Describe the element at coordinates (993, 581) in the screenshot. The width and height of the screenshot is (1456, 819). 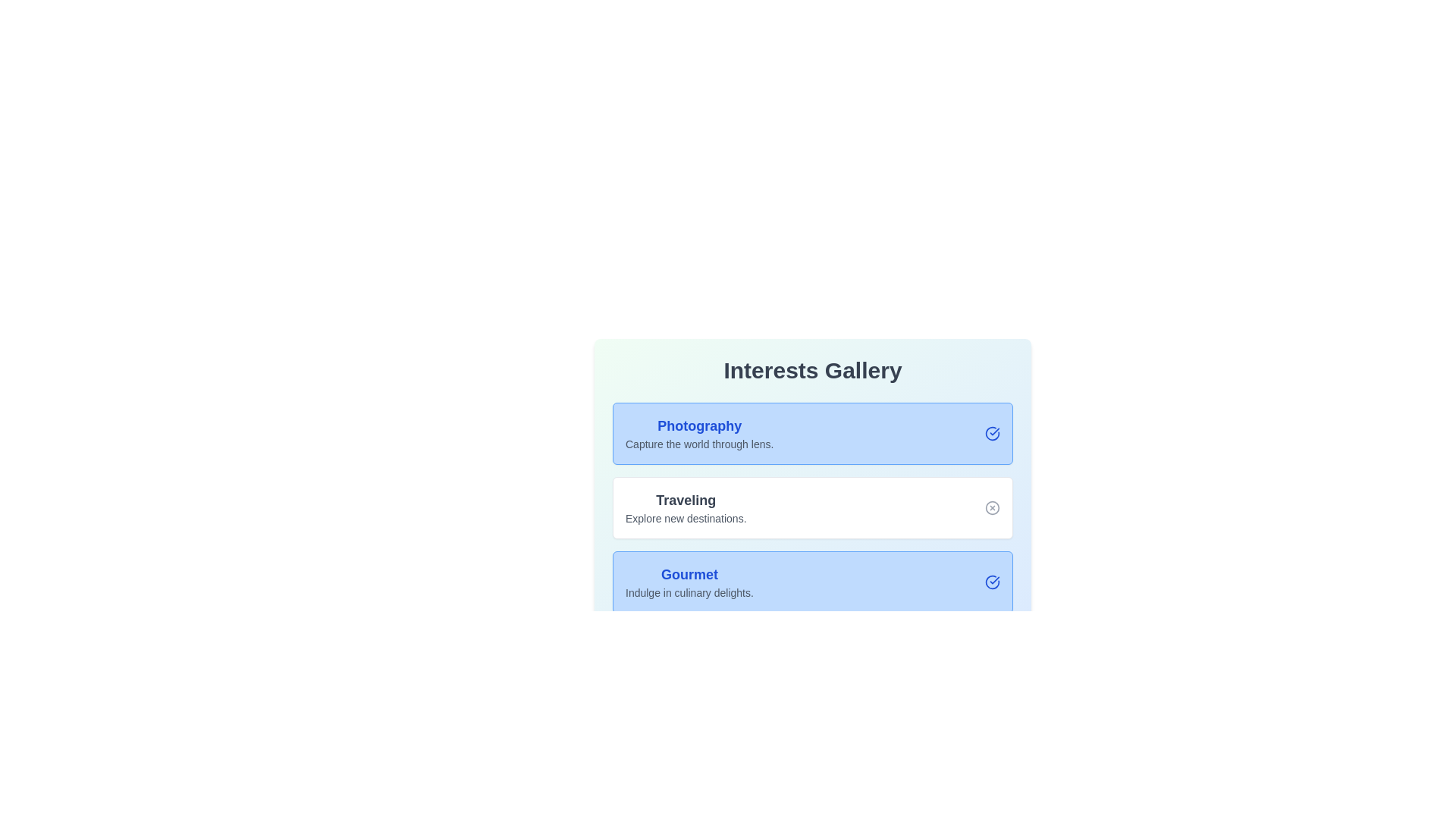
I see `the interest item Gourmet` at that location.